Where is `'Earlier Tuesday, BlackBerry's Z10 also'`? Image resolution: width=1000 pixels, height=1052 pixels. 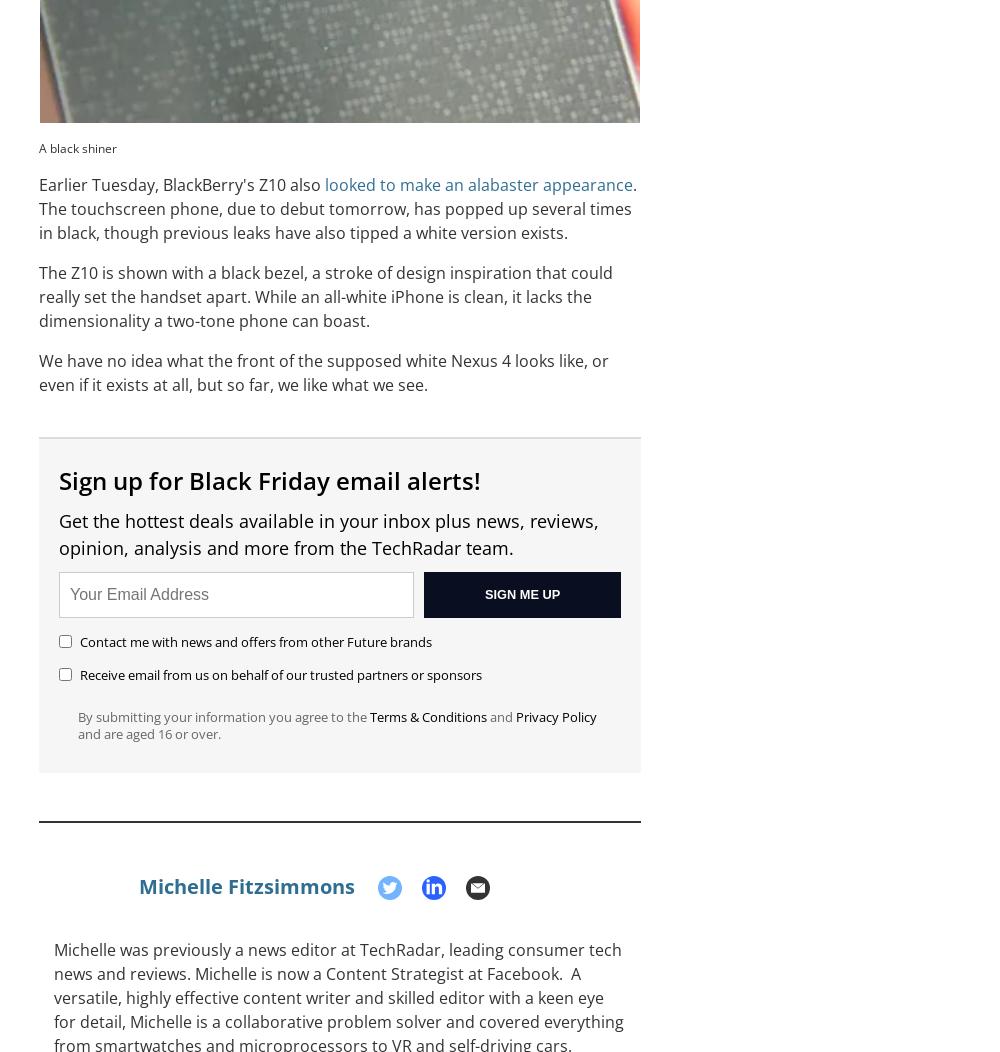
'Earlier Tuesday, BlackBerry's Z10 also' is located at coordinates (39, 185).